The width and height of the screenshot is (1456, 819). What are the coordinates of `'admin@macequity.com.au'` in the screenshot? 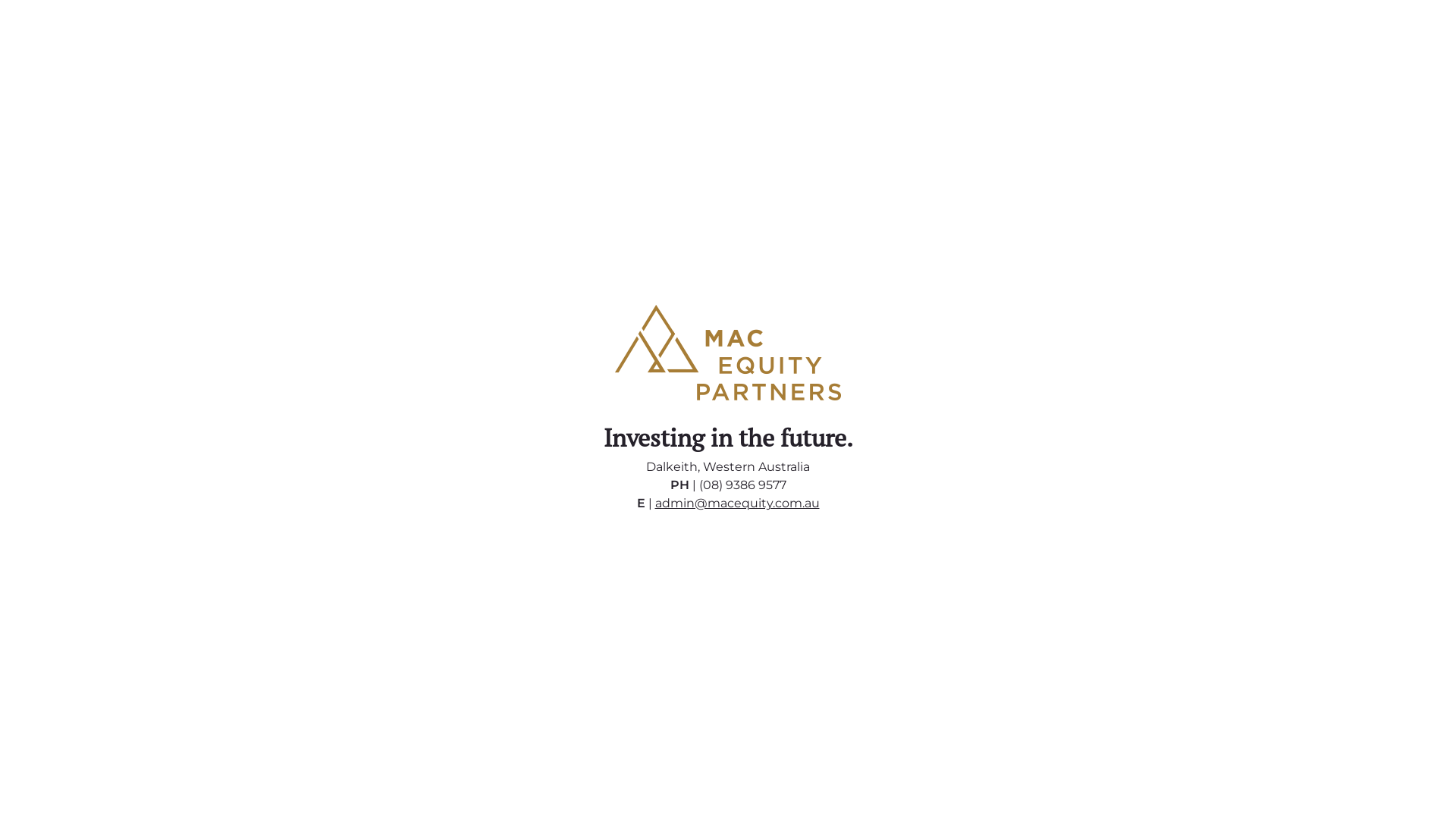 It's located at (737, 503).